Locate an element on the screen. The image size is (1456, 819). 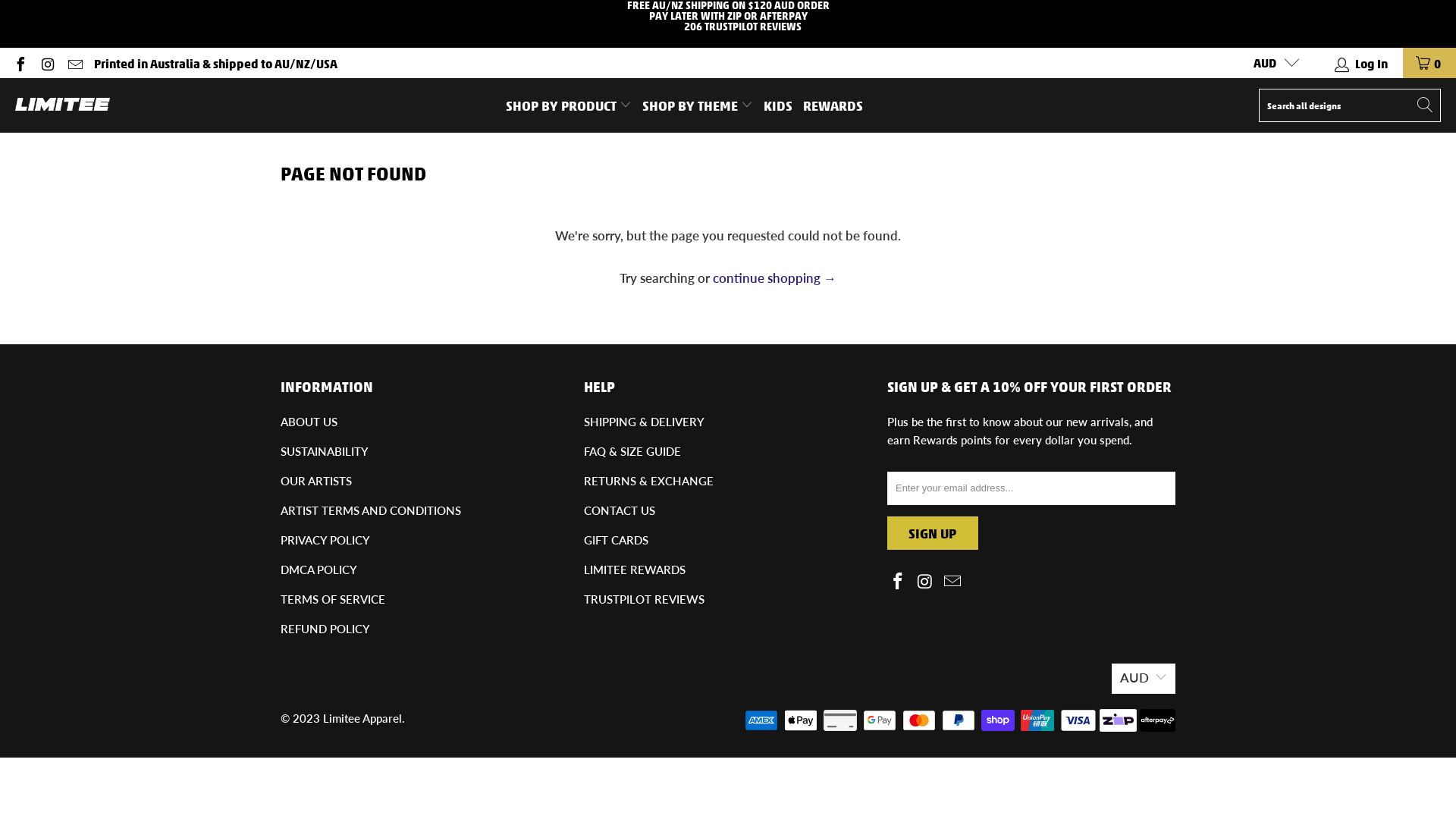
'ARTIST TERMS AND CONDITIONS' is located at coordinates (280, 510).